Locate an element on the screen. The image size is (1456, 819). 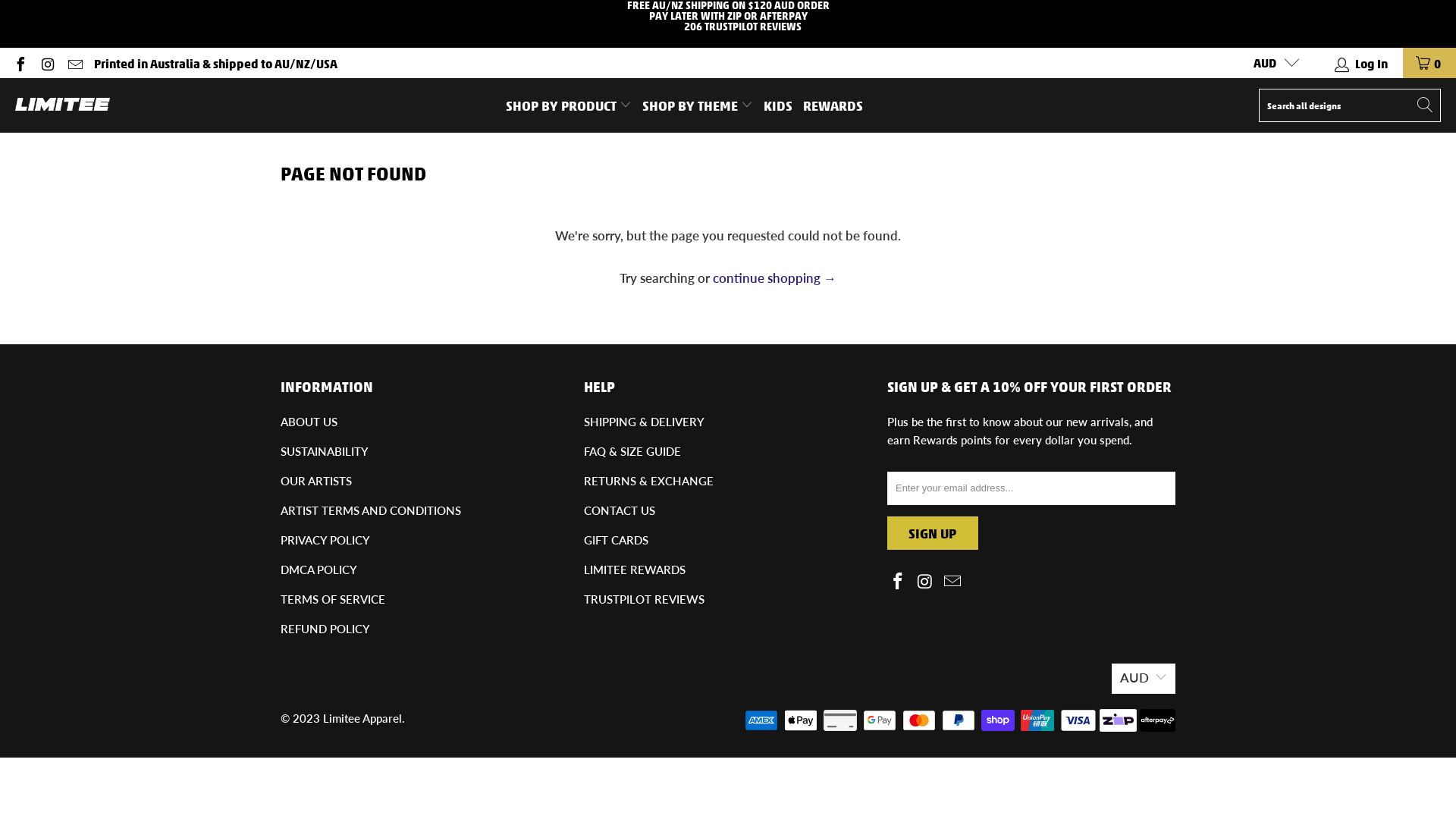
'ARTIST TERMS AND CONDITIONS' is located at coordinates (280, 510).